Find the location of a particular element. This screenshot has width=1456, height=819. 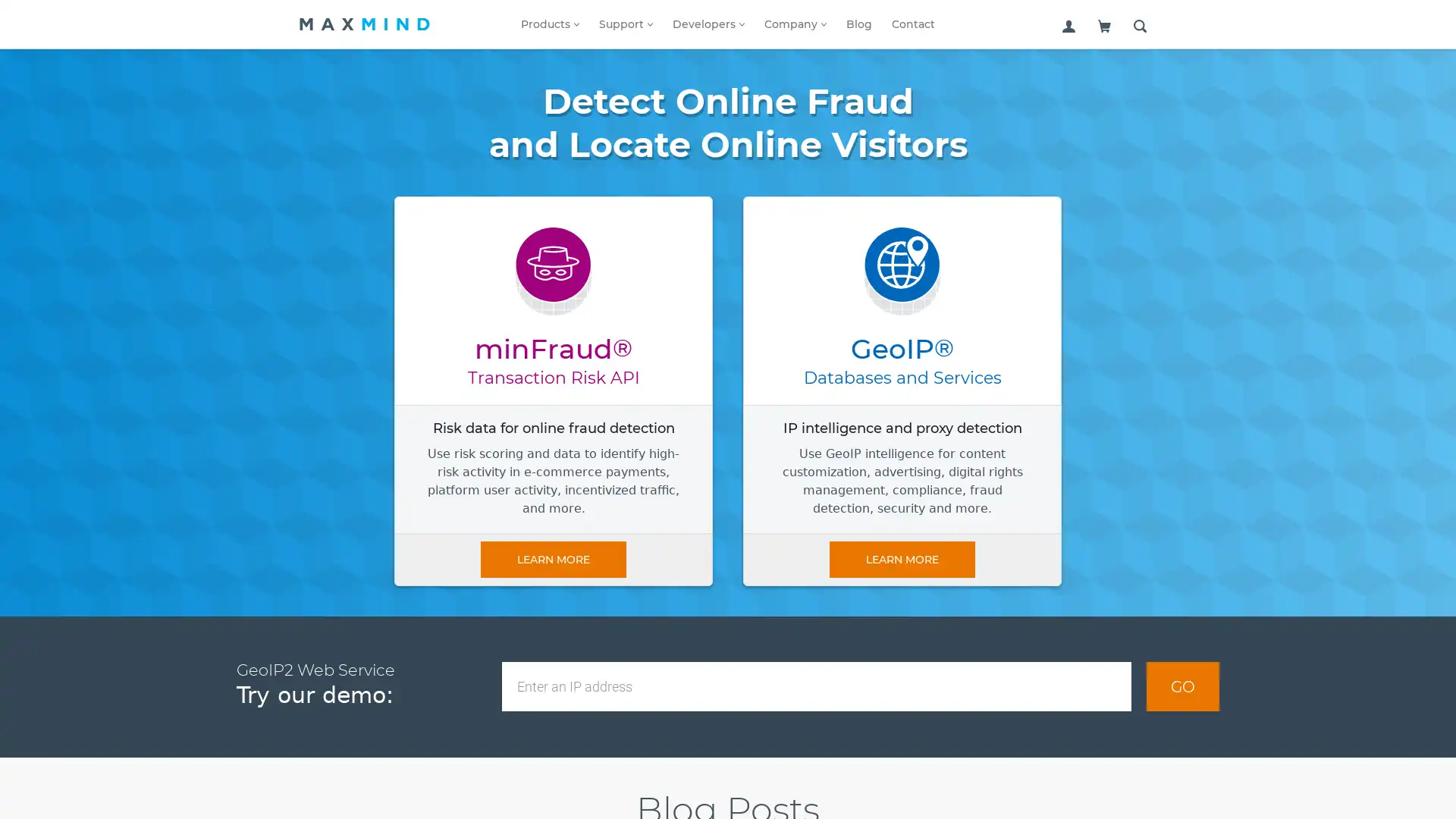

Support is located at coordinates (626, 24).